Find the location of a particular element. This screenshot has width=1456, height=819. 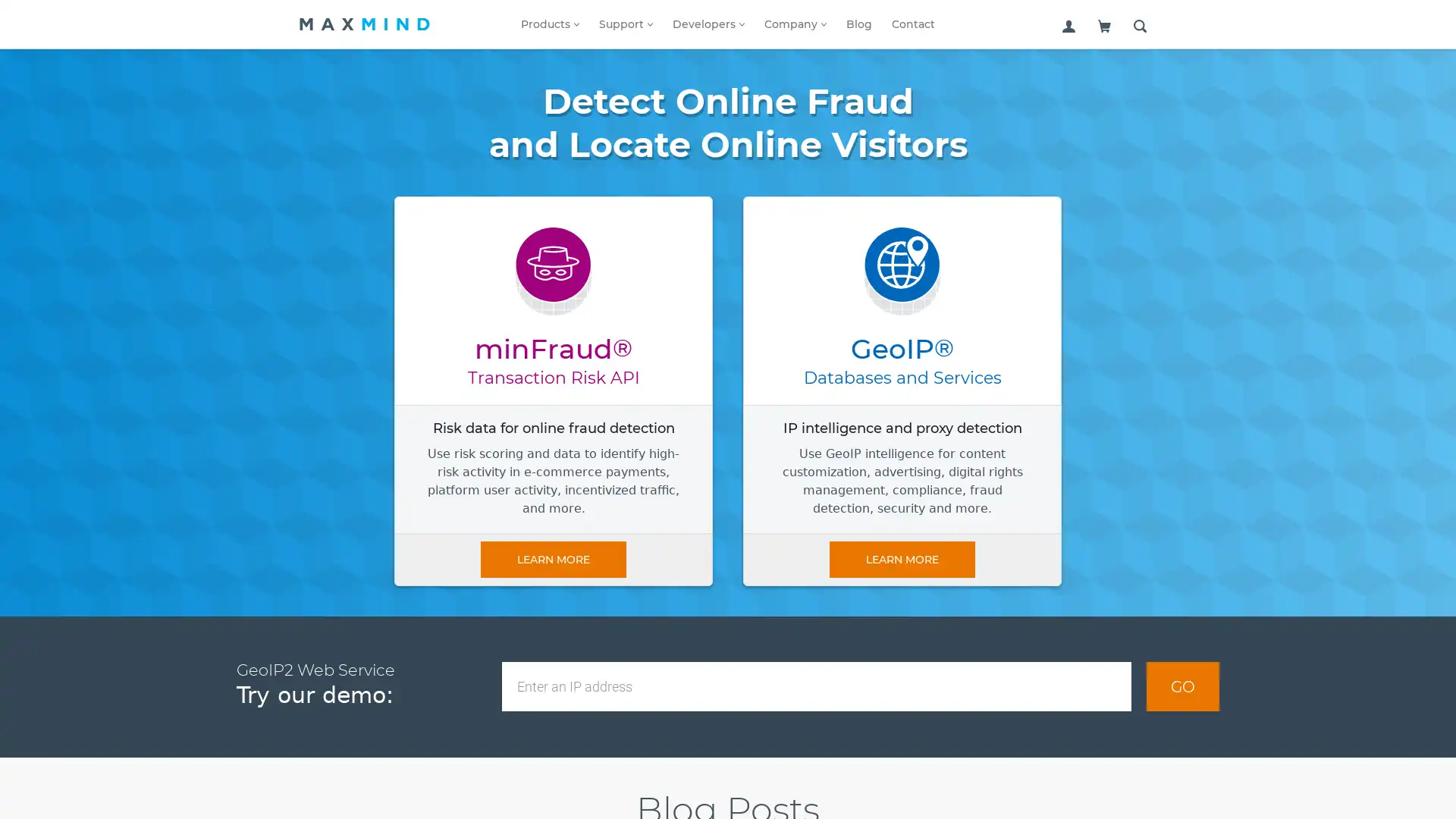

Support is located at coordinates (626, 24).